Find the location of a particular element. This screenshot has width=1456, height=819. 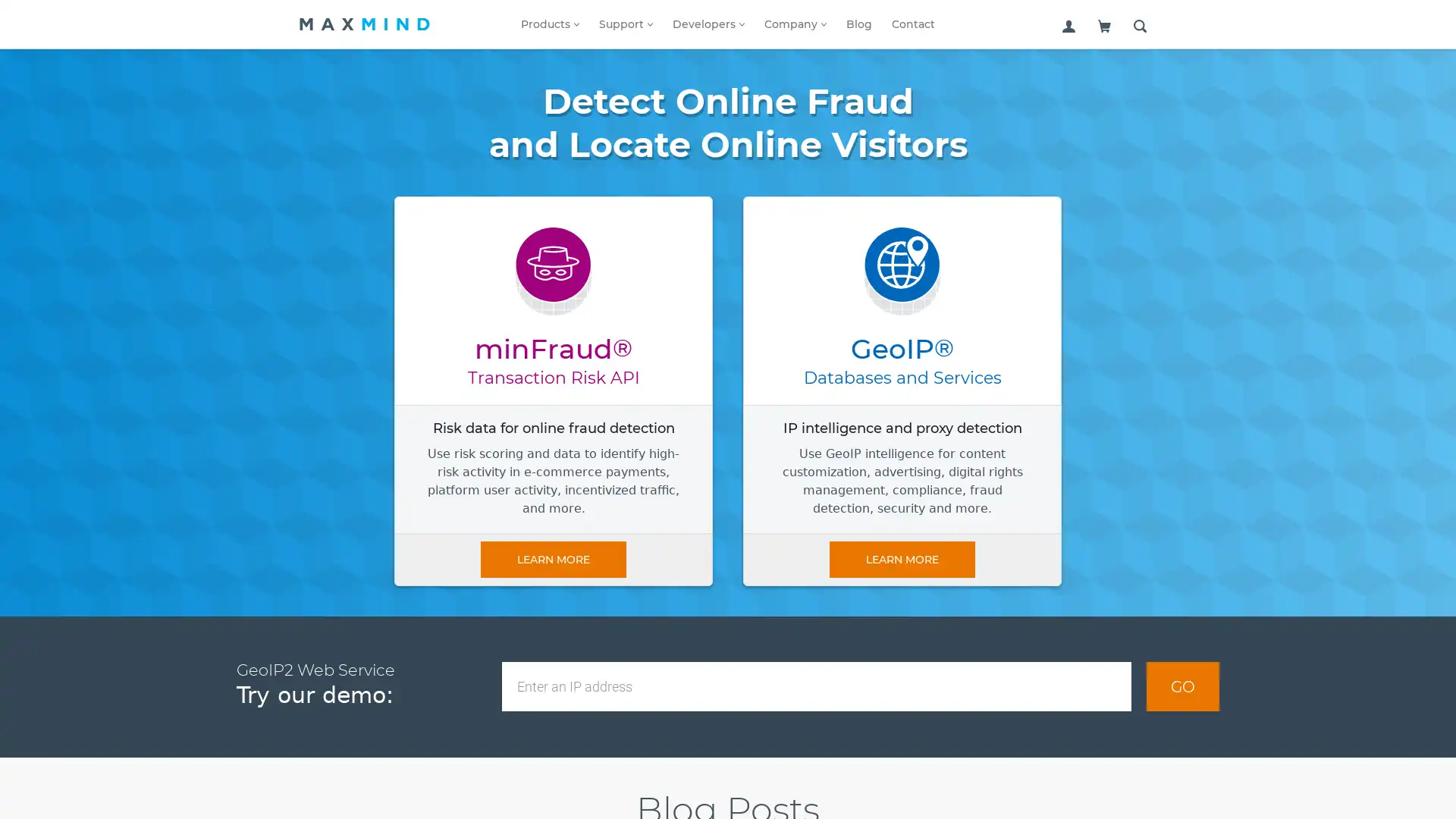

Support is located at coordinates (626, 24).